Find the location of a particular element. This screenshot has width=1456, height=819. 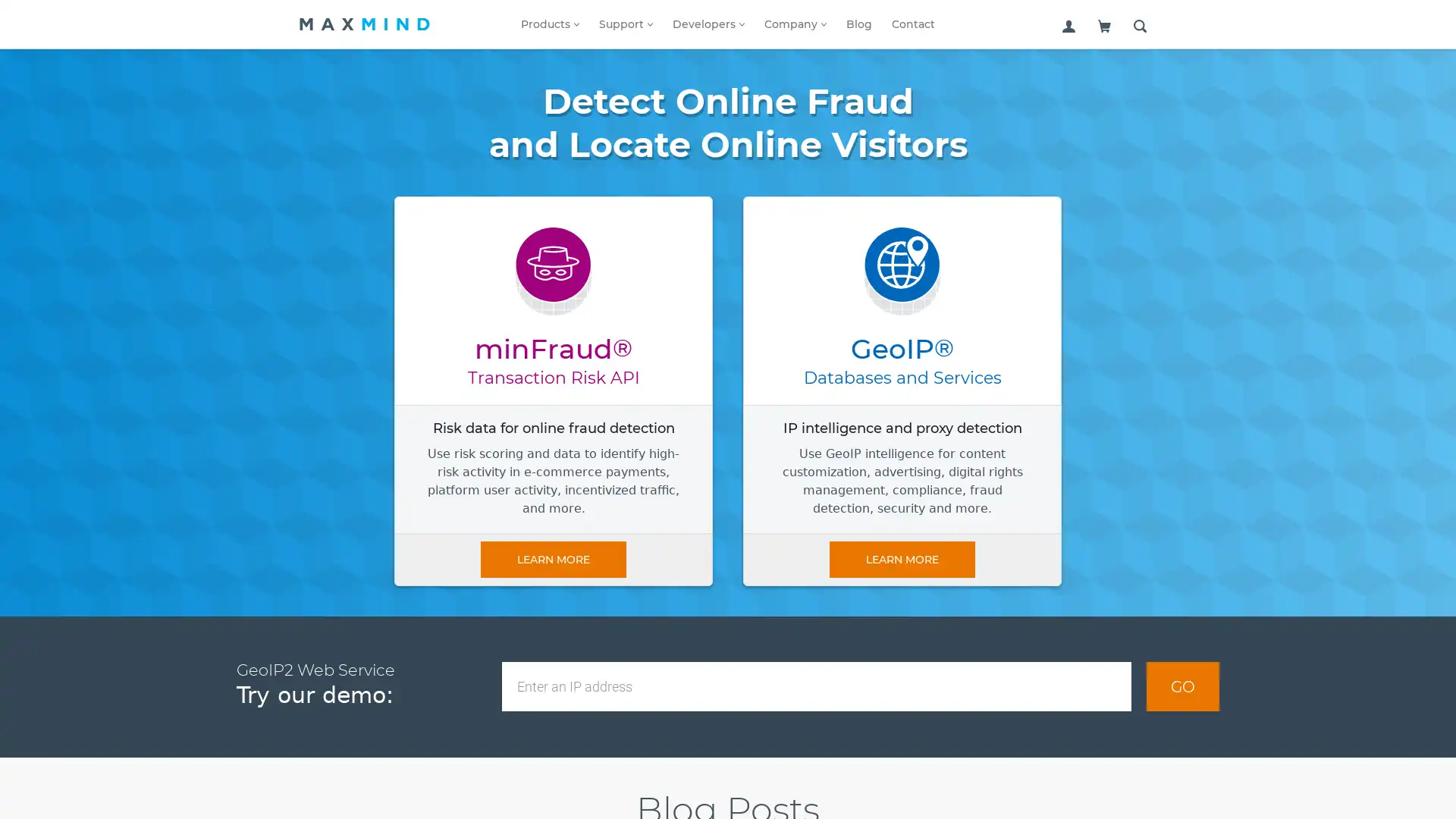

Support is located at coordinates (626, 24).